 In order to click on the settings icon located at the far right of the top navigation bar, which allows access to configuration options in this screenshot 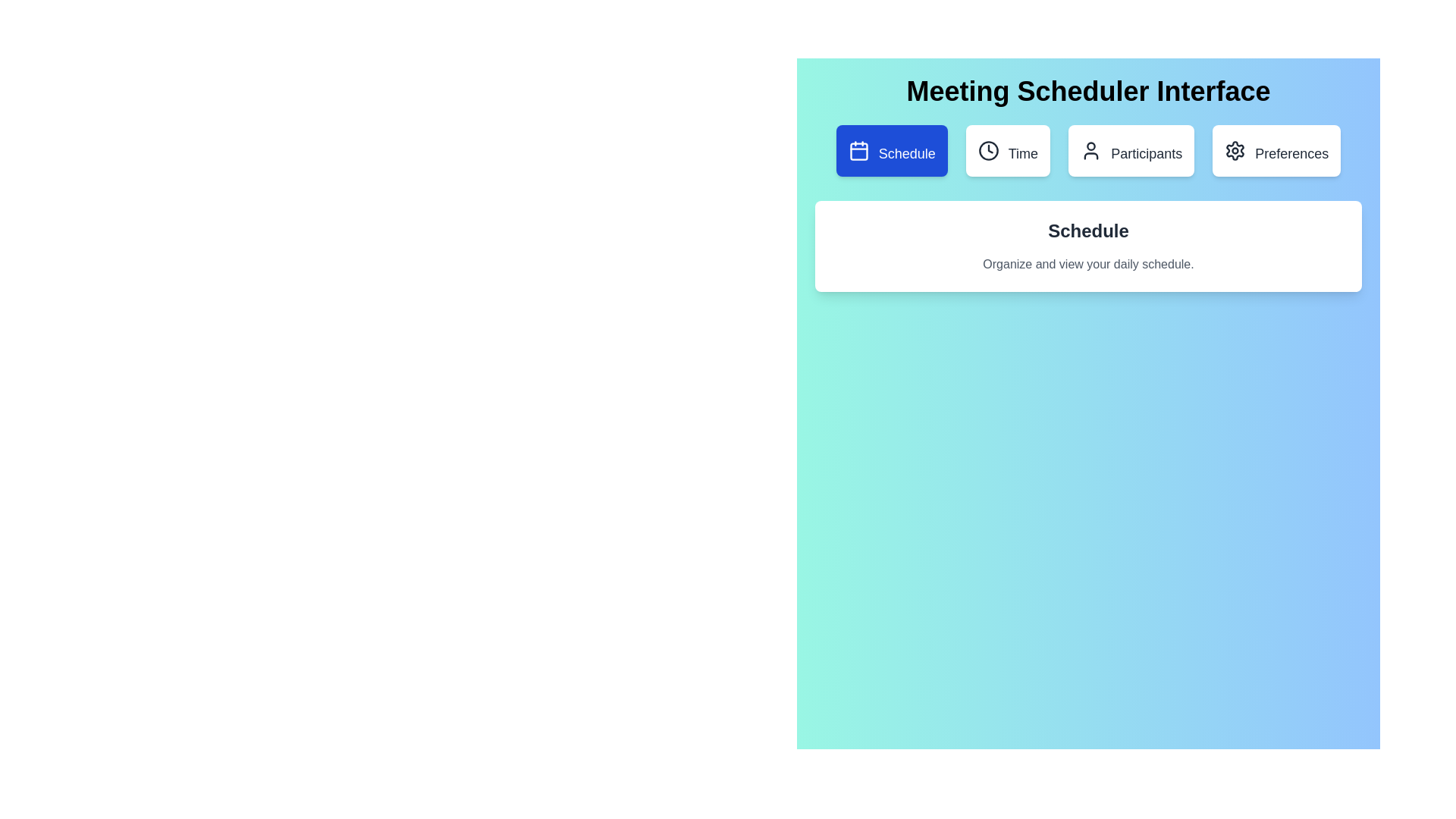, I will do `click(1235, 151)`.